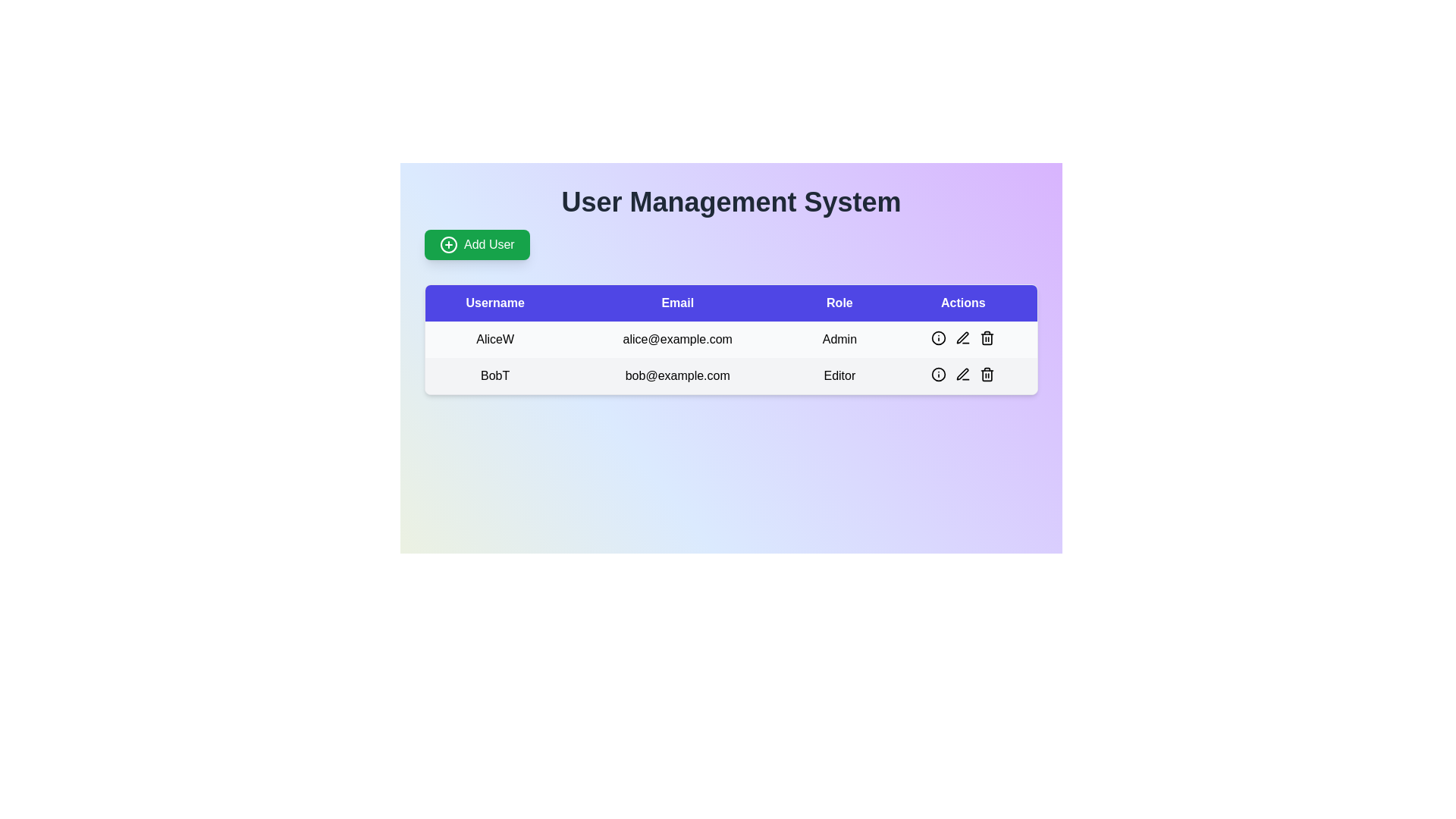 This screenshot has height=819, width=1456. What do you see at coordinates (962, 374) in the screenshot?
I see `the icon button shaped like a diagonal pen symbol in the Actions column of the second row of the user management table` at bounding box center [962, 374].